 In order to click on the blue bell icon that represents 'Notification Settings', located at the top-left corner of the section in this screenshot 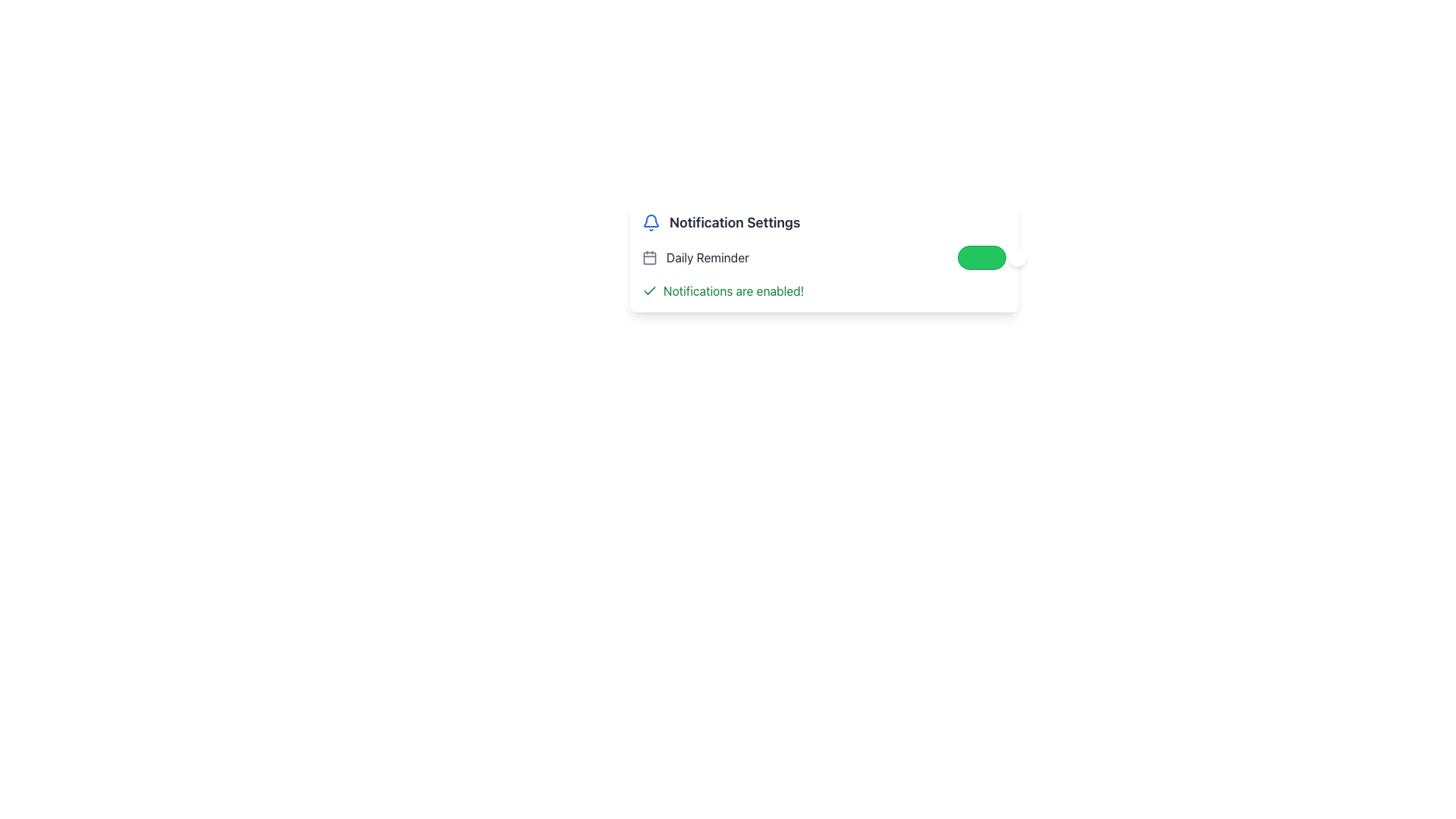, I will do `click(651, 222)`.